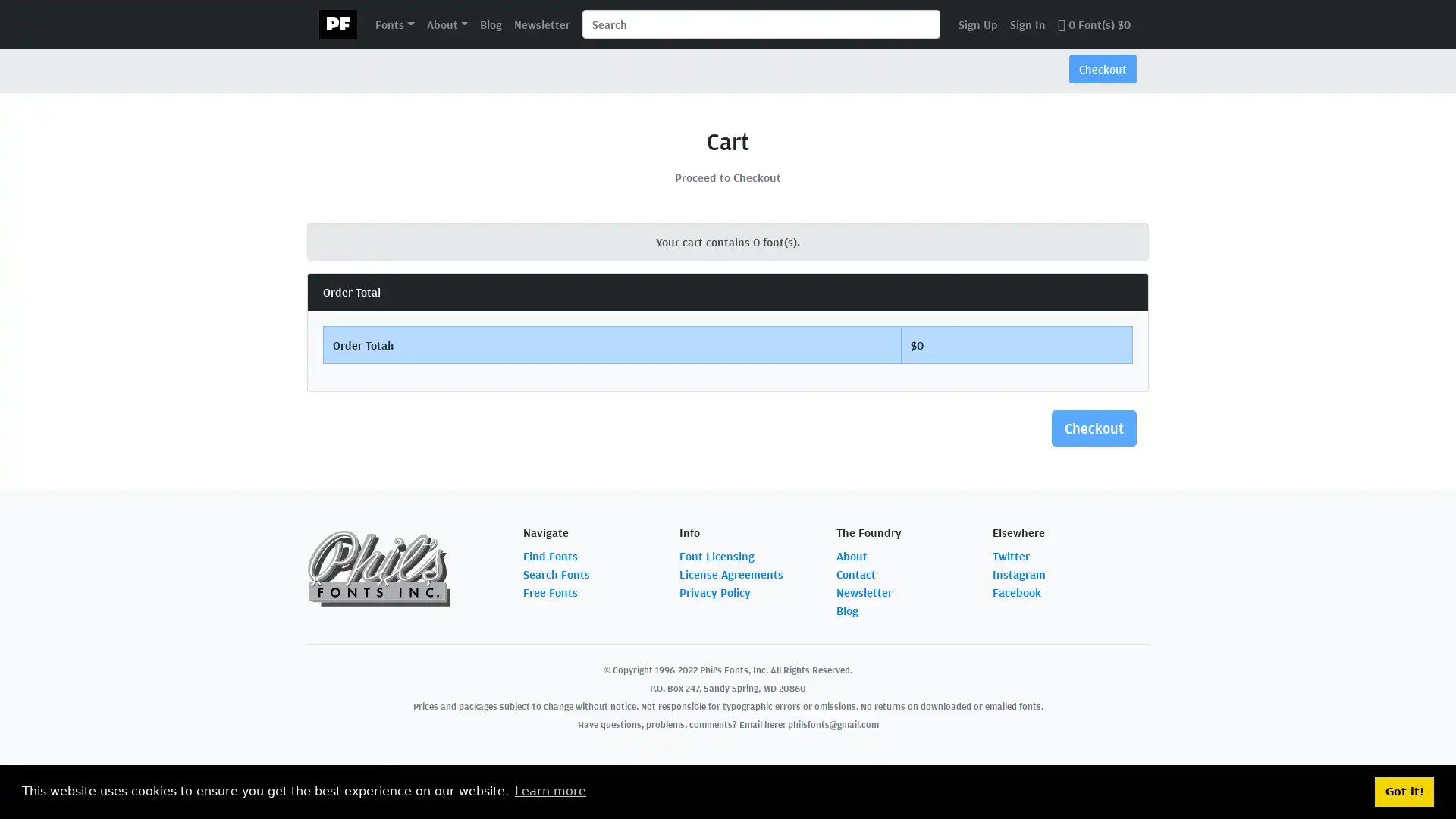 This screenshot has height=819, width=1456. I want to click on Checkout, so click(1094, 428).